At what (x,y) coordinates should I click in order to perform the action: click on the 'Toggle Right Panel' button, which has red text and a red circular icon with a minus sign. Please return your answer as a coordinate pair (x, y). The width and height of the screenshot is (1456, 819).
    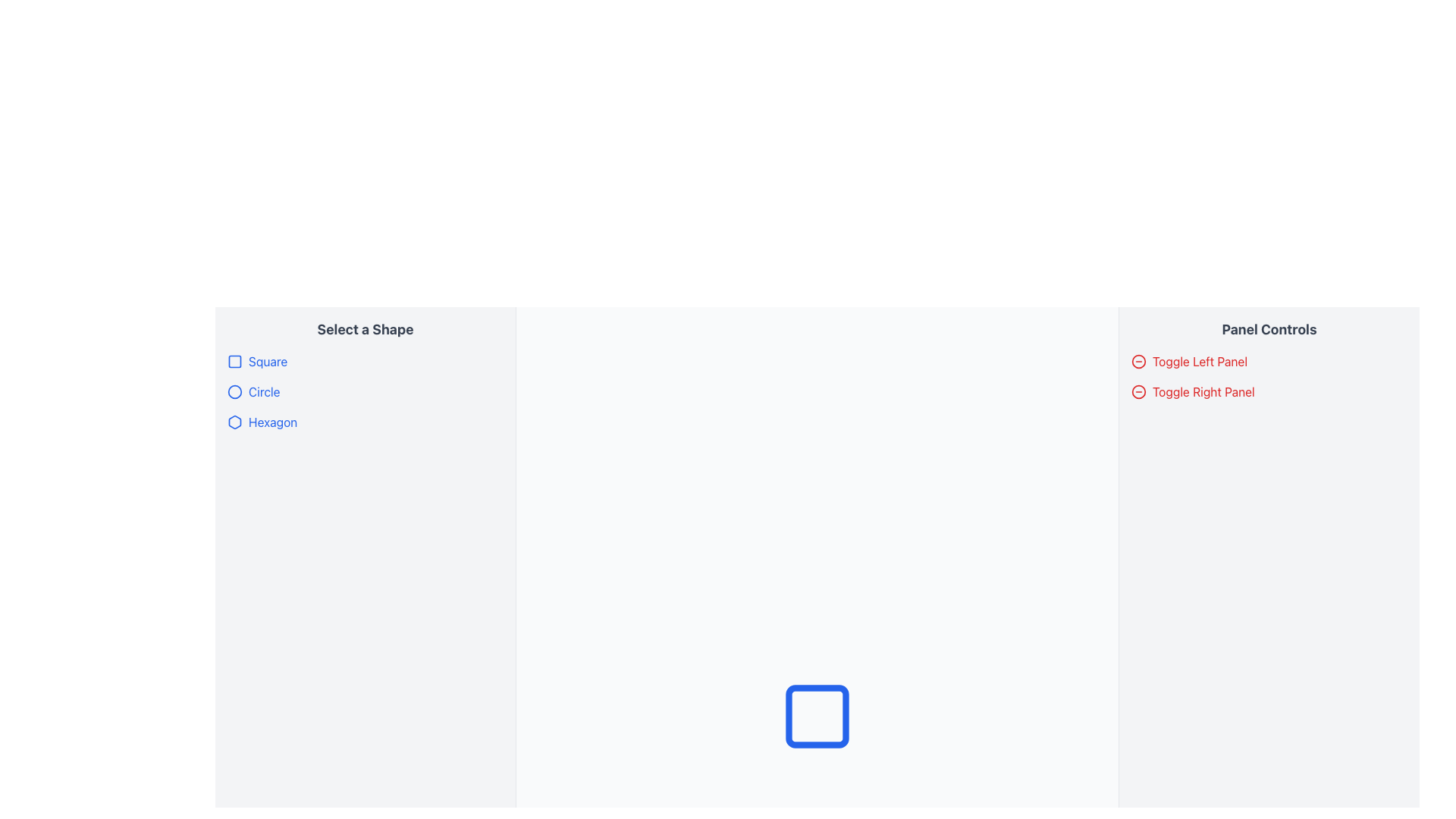
    Looking at the image, I should click on (1192, 391).